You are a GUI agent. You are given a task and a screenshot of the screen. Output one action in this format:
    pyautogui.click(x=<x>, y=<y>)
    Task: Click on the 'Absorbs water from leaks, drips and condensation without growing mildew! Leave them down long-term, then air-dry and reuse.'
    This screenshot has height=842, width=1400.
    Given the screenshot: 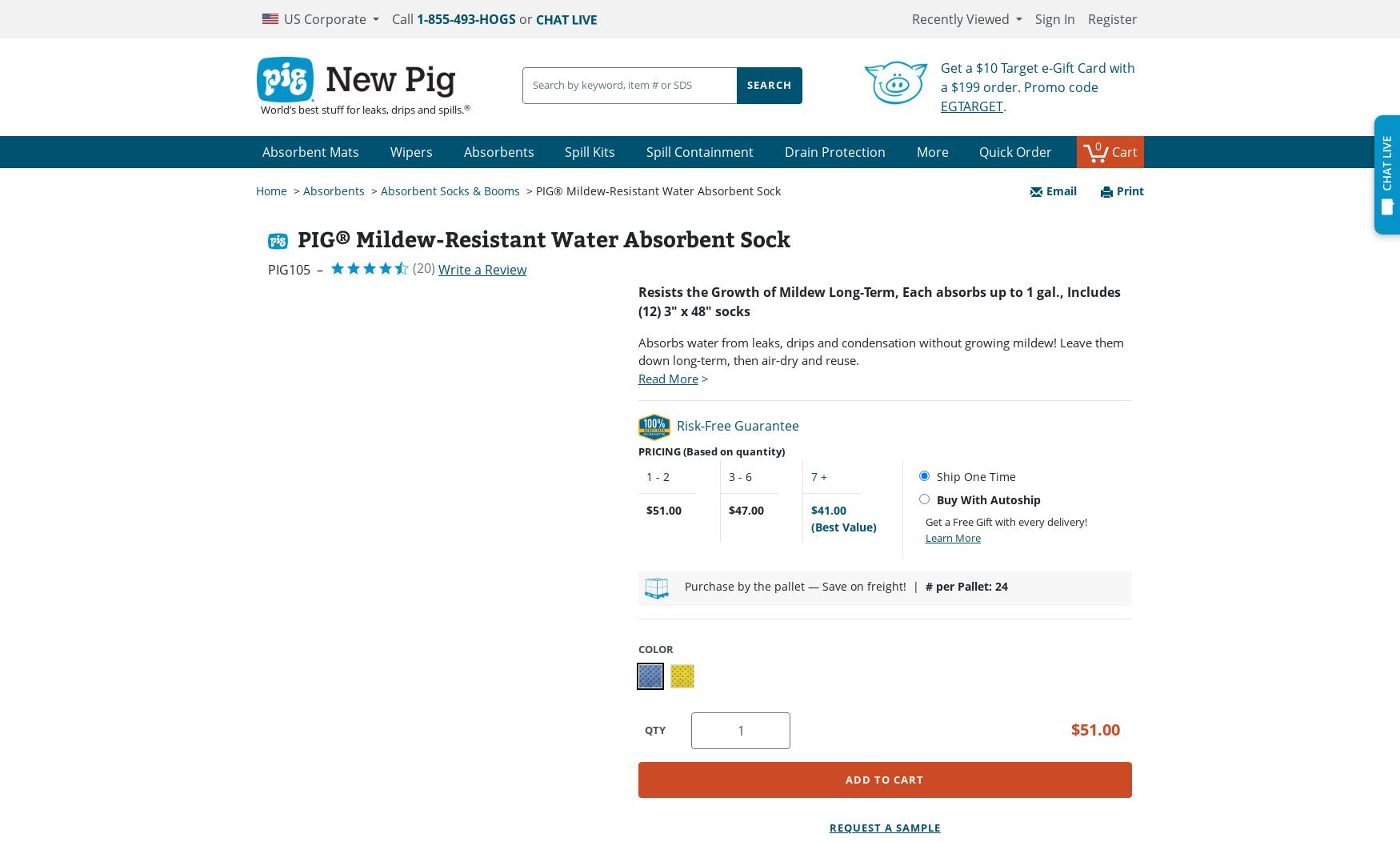 What is the action you would take?
    pyautogui.click(x=880, y=350)
    